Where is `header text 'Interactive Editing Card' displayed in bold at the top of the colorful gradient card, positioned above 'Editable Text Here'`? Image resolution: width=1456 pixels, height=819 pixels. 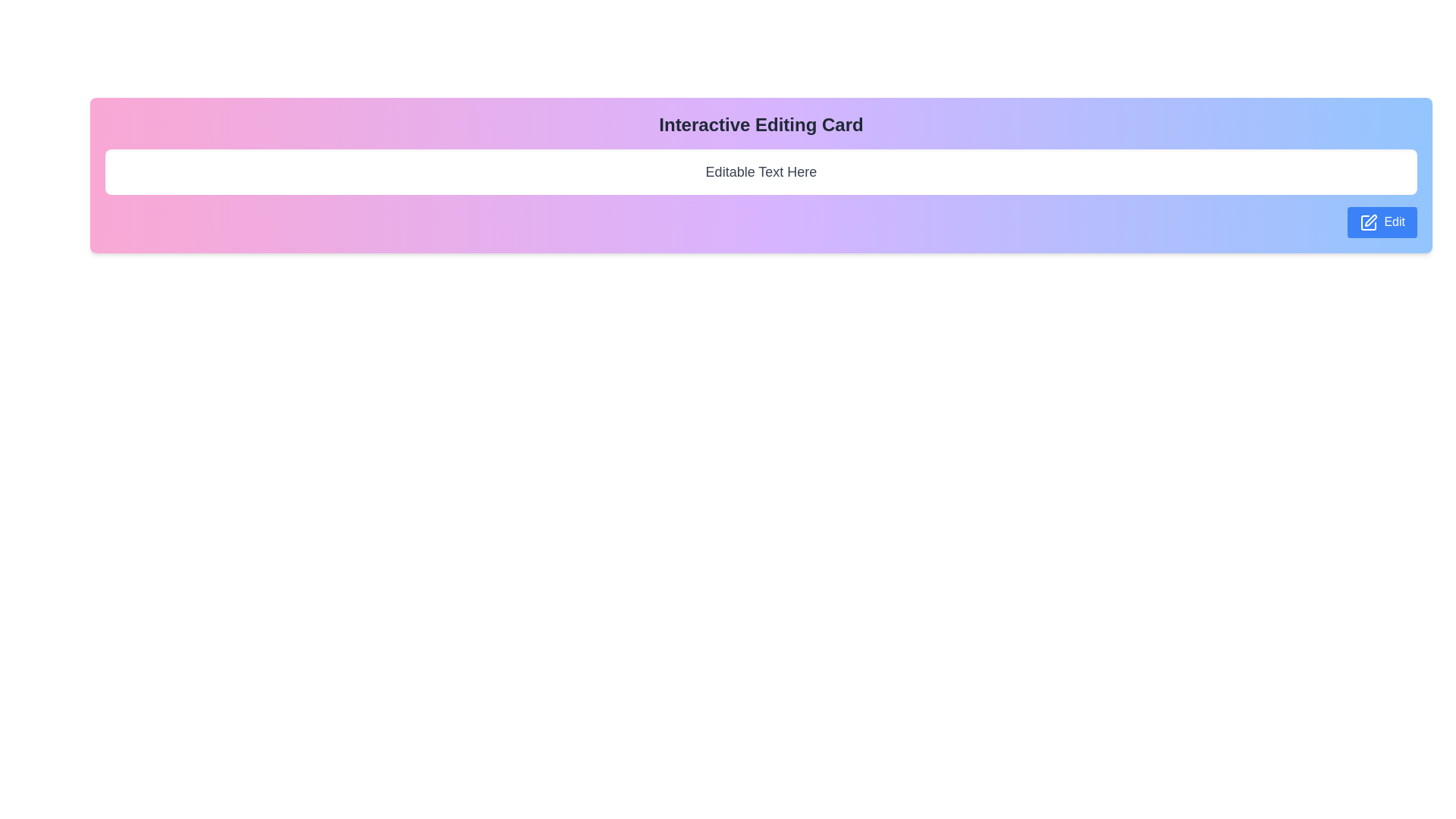 header text 'Interactive Editing Card' displayed in bold at the top of the colorful gradient card, positioned above 'Editable Text Here' is located at coordinates (761, 124).